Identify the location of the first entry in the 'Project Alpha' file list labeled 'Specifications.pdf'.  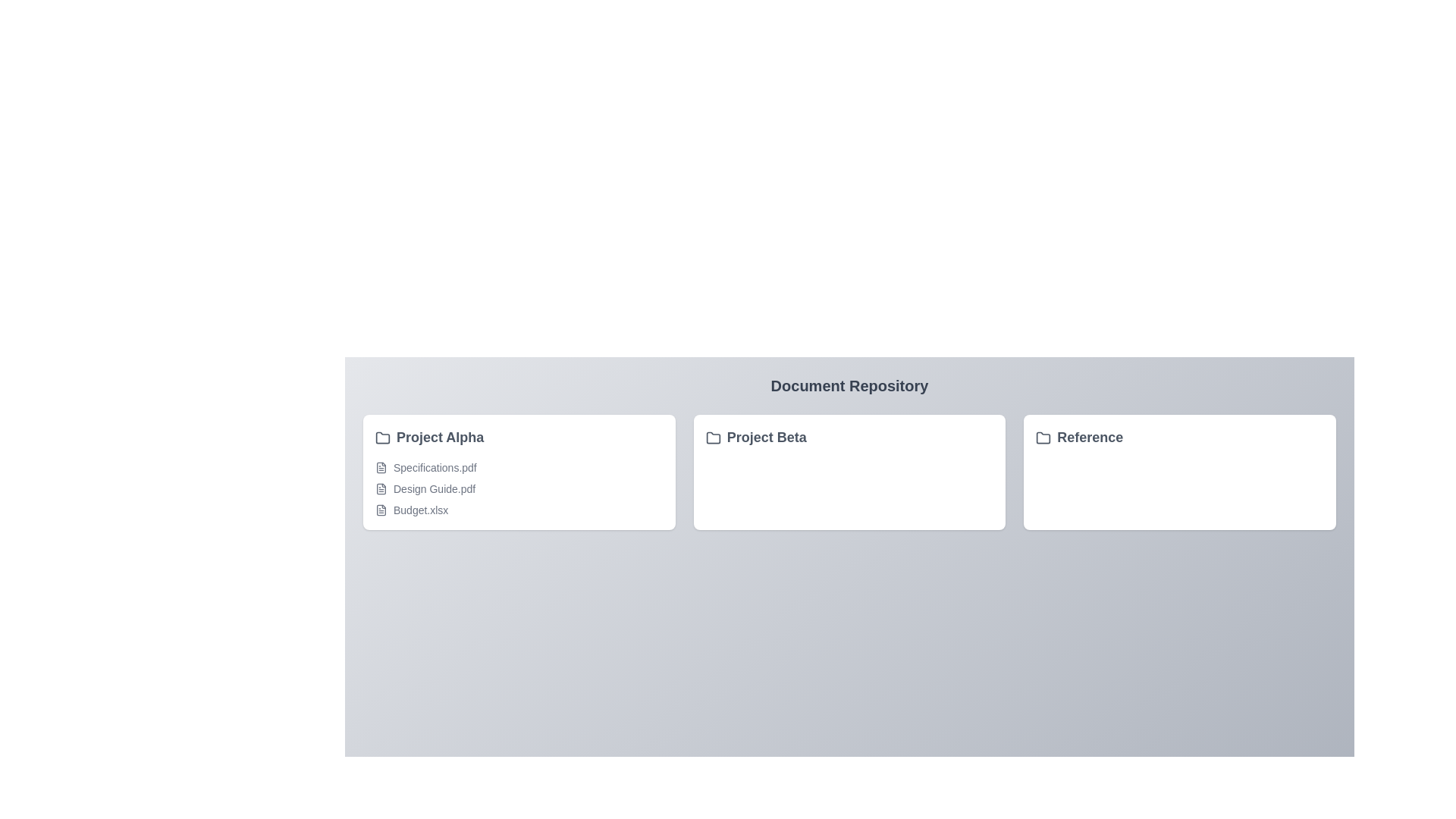
(519, 467).